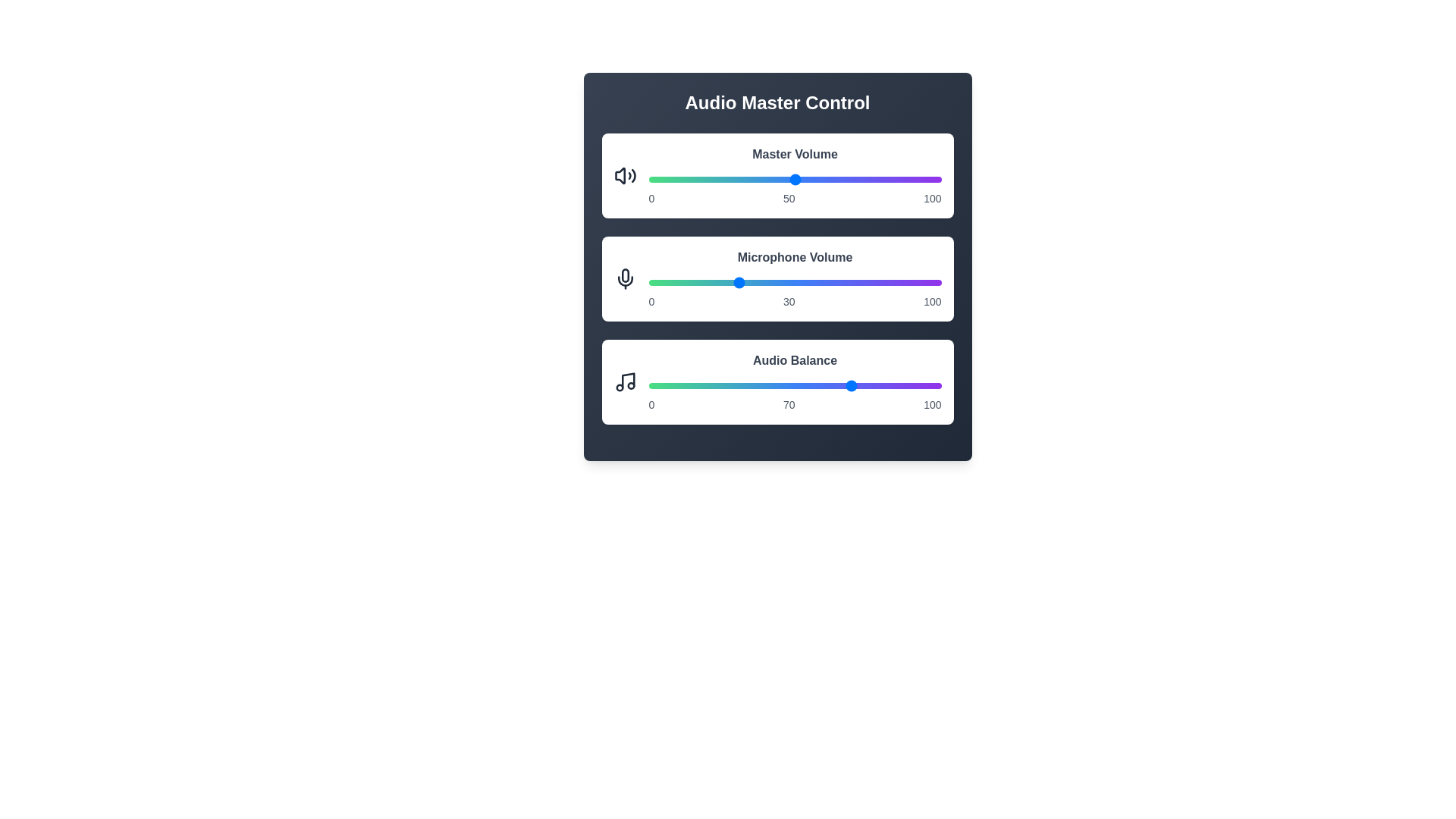 The image size is (1456, 819). Describe the element at coordinates (733, 283) in the screenshot. I see `the microphone volume slider to 29%` at that location.